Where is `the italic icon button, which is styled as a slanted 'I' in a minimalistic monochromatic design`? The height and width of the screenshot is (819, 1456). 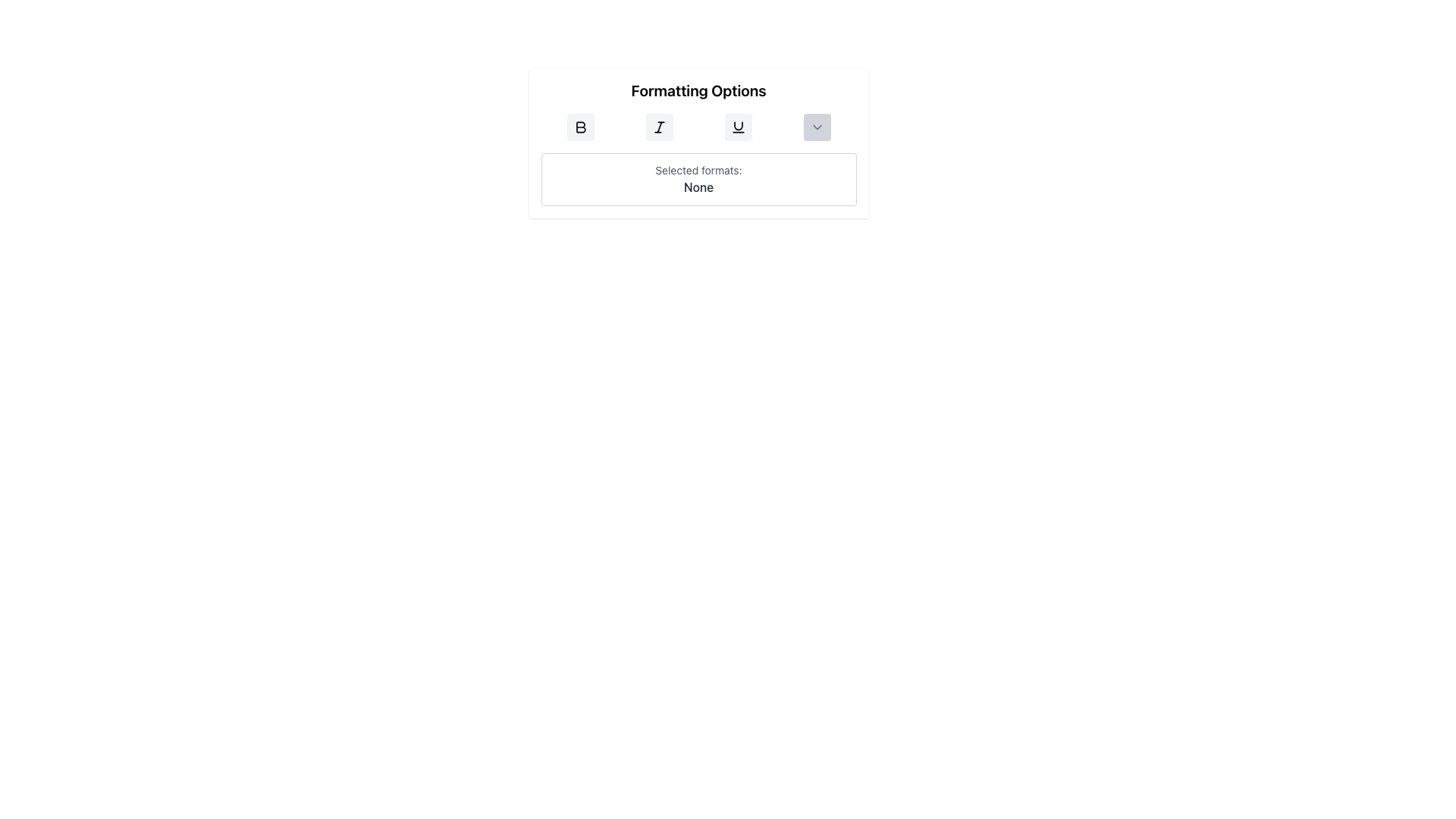 the italic icon button, which is styled as a slanted 'I' in a minimalistic monochromatic design is located at coordinates (659, 127).